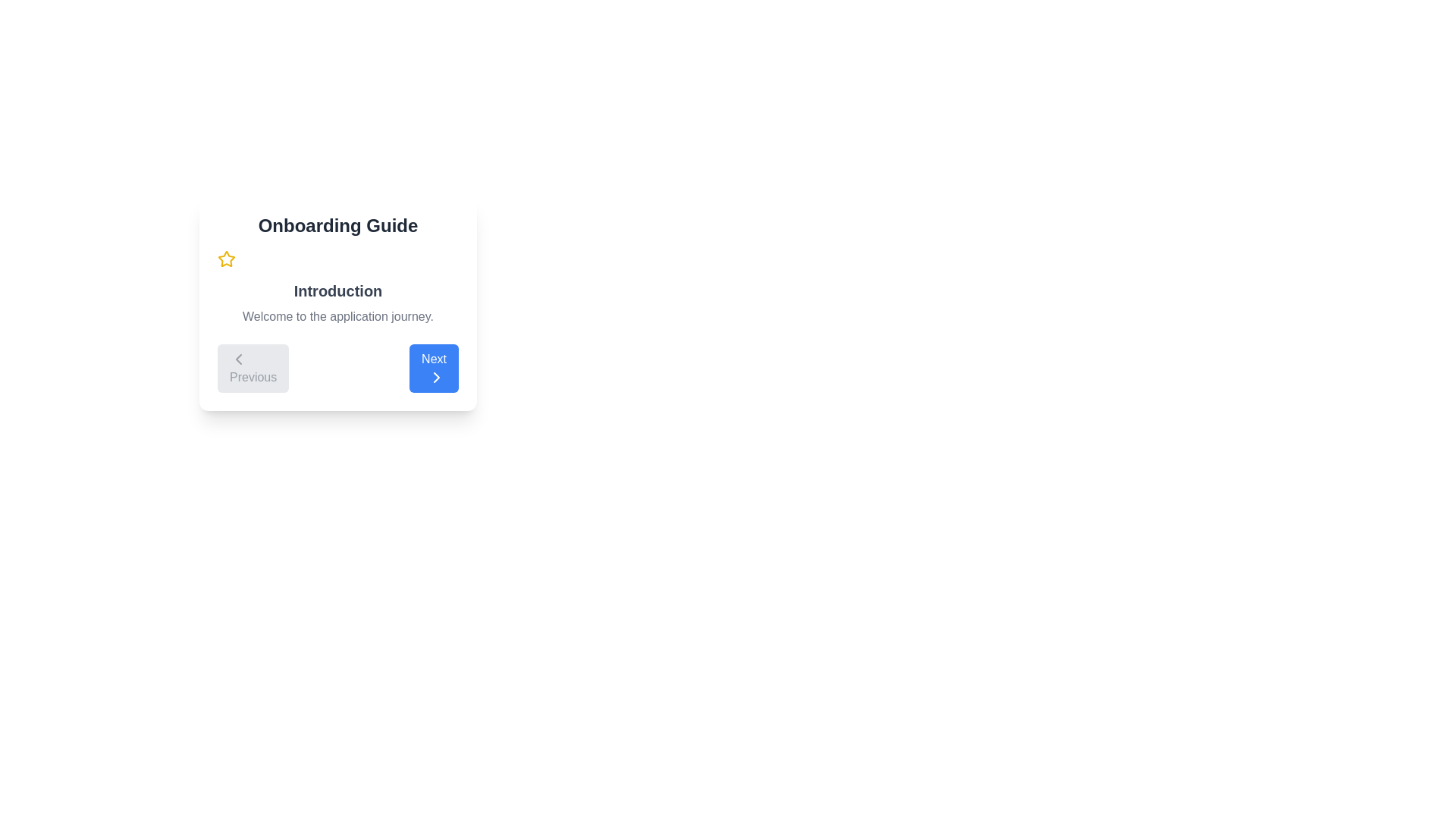 The image size is (1456, 819). Describe the element at coordinates (337, 303) in the screenshot. I see `the text display element that contains the word 'Introduction' in bold dark-gray text and the phrase 'Welcome to the application journey.' in lighter gray text, located within a centered card interface` at that location.